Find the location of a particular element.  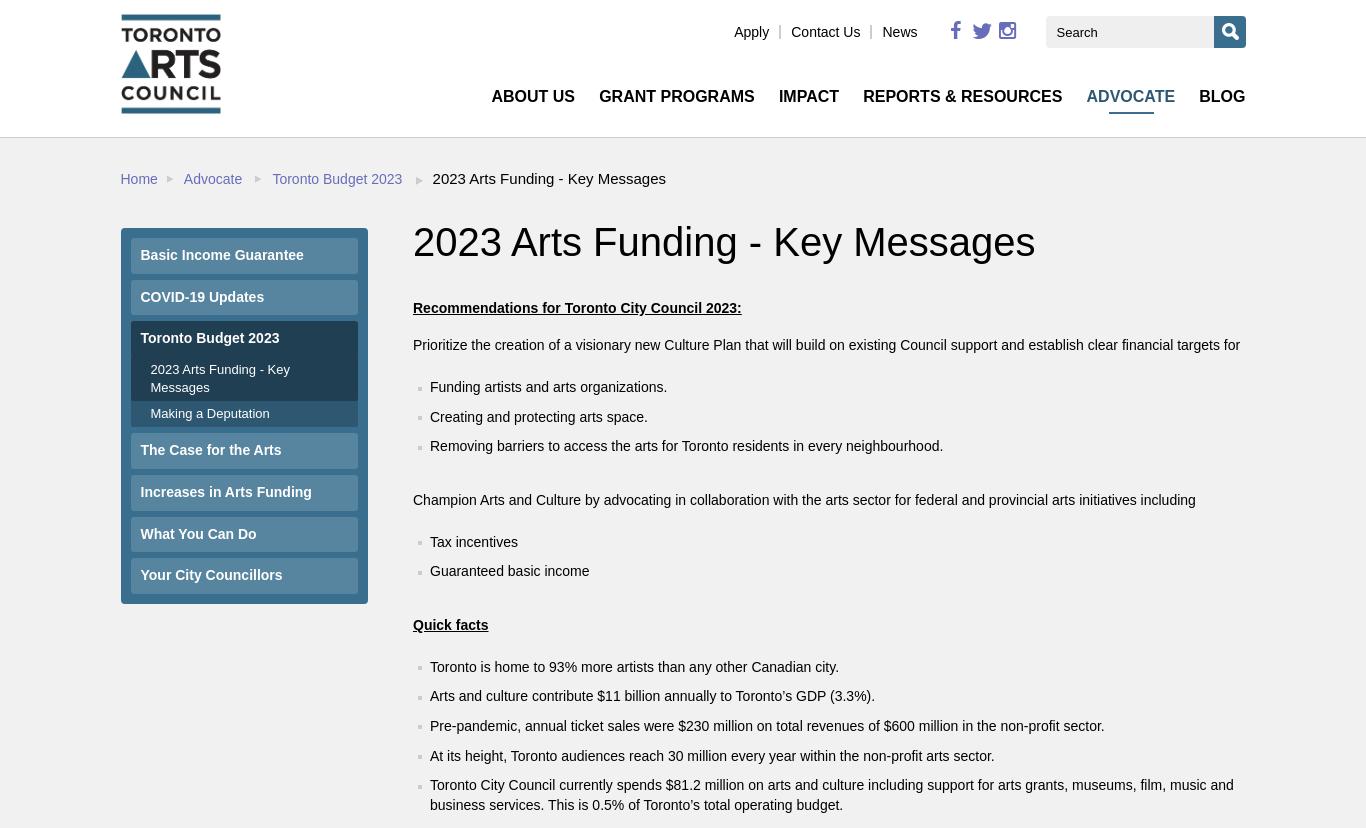

'Recommendations for Toronto City Council 2023:' is located at coordinates (575, 308).